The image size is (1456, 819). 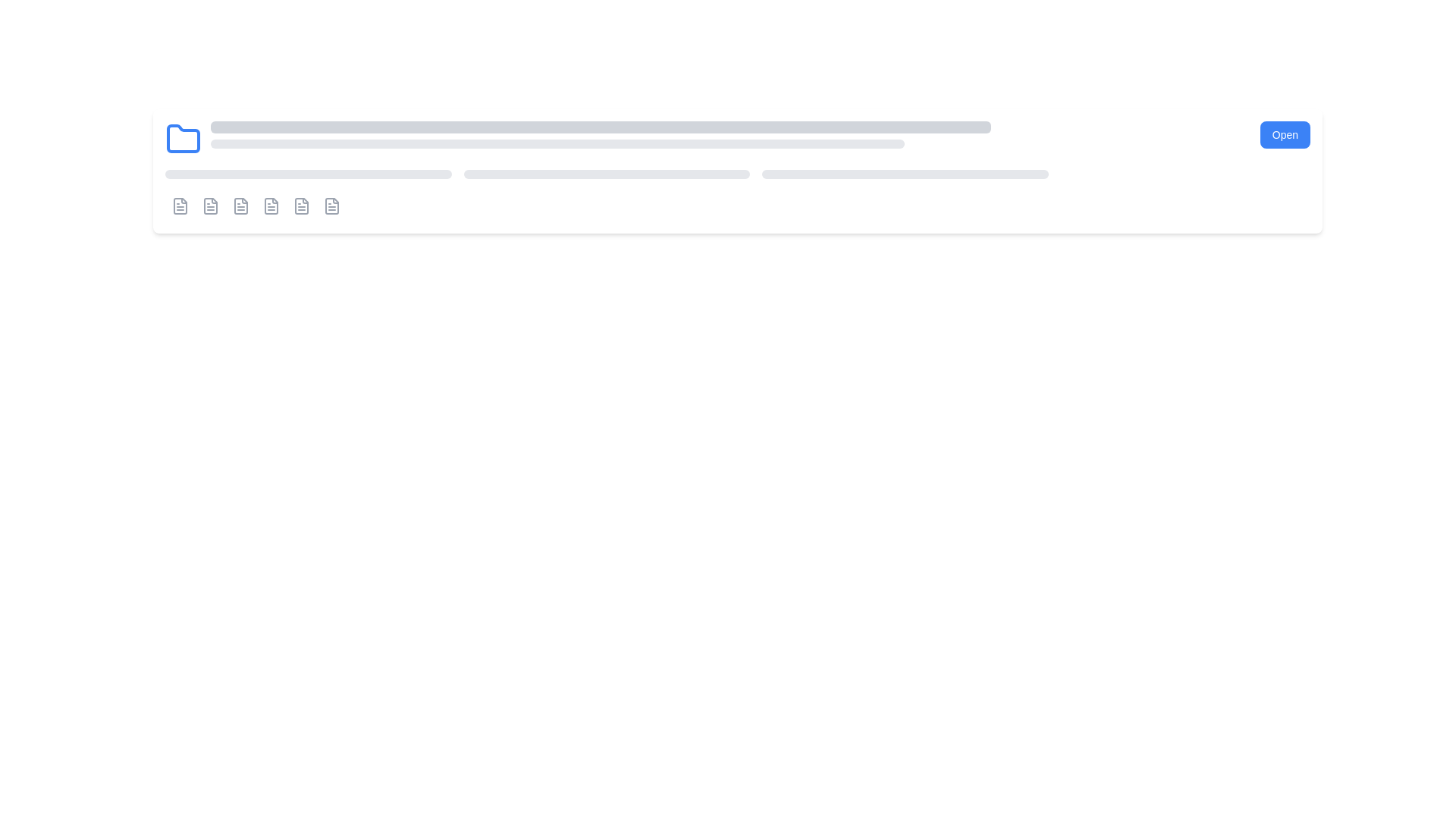 What do you see at coordinates (600, 127) in the screenshot?
I see `the light gray horizontal progress bar with rounded corners located in the upper-middle section of the interface` at bounding box center [600, 127].